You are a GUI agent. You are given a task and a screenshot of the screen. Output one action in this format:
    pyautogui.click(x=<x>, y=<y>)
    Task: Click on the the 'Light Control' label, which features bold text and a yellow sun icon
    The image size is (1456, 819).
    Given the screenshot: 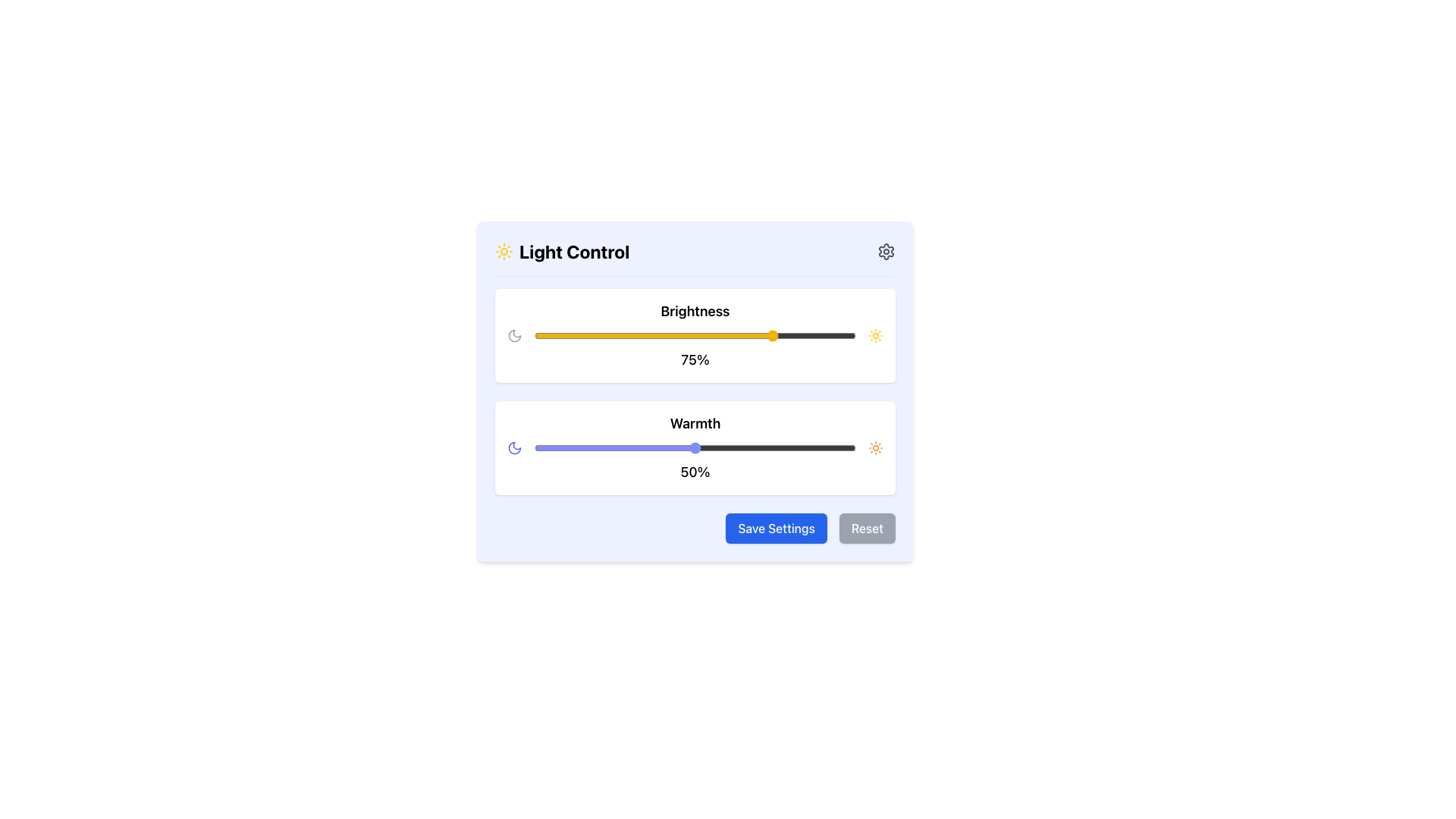 What is the action you would take?
    pyautogui.click(x=561, y=250)
    